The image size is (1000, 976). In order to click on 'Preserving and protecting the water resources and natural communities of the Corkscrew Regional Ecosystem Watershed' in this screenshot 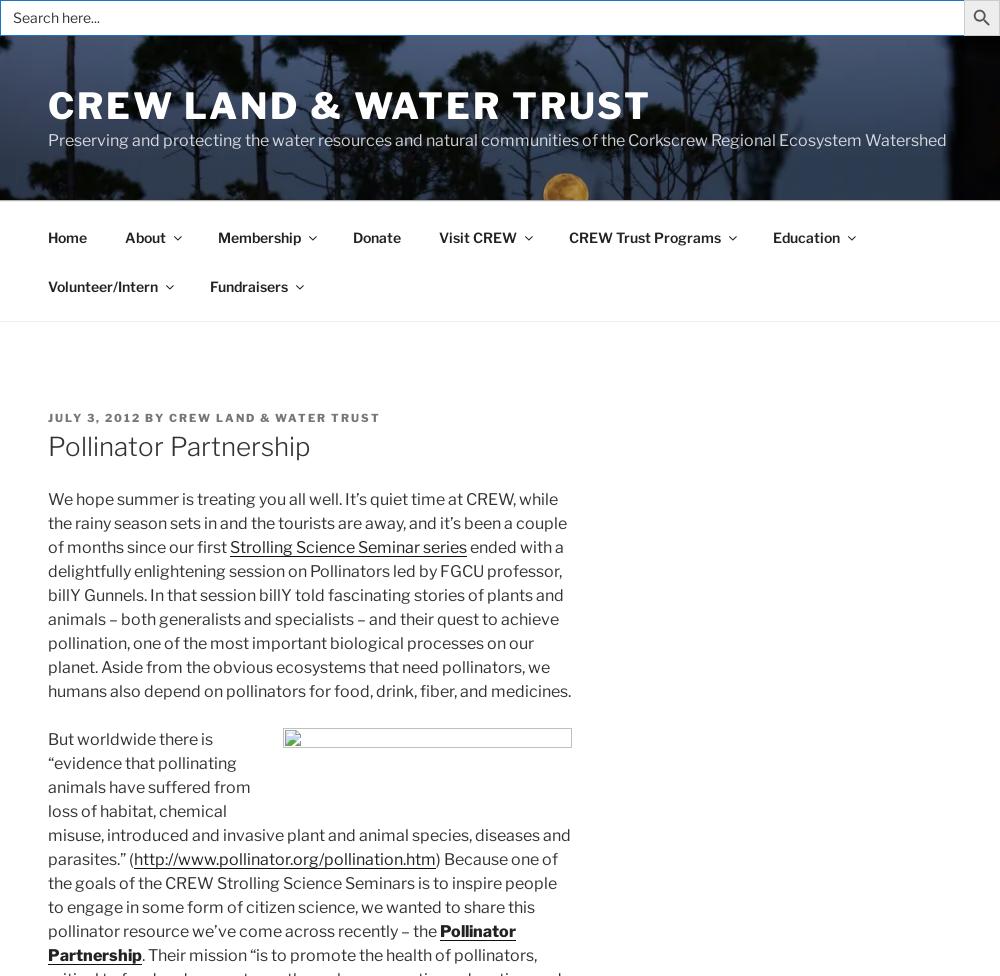, I will do `click(496, 139)`.